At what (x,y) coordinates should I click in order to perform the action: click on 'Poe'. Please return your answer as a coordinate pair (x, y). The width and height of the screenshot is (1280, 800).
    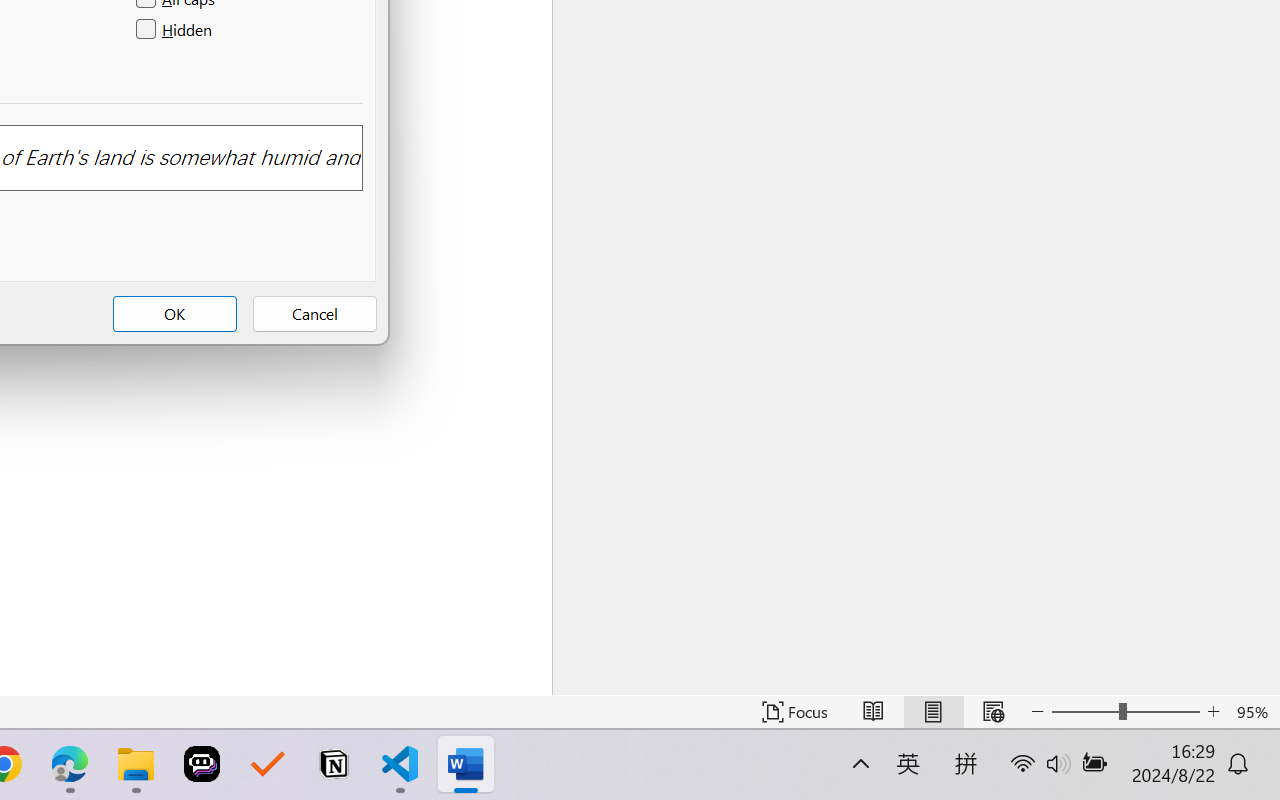
    Looking at the image, I should click on (202, 764).